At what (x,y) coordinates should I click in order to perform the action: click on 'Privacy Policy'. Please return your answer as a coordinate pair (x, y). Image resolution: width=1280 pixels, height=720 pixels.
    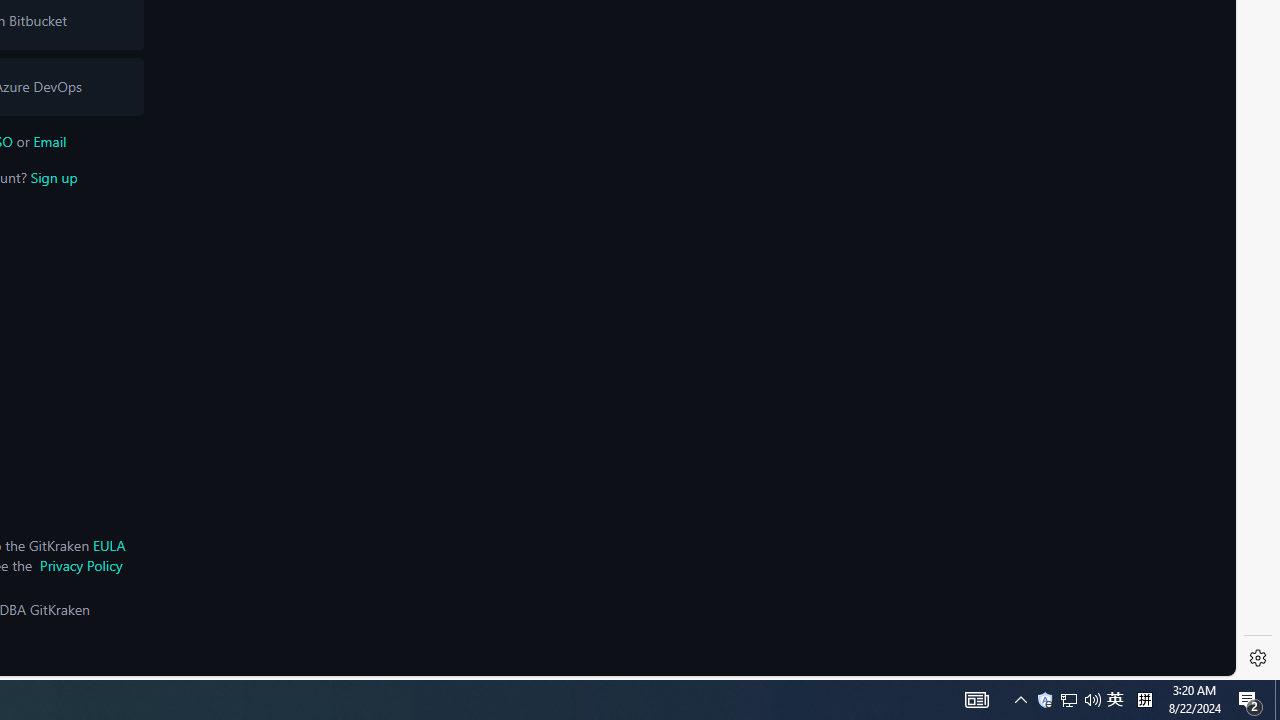
    Looking at the image, I should click on (80, 565).